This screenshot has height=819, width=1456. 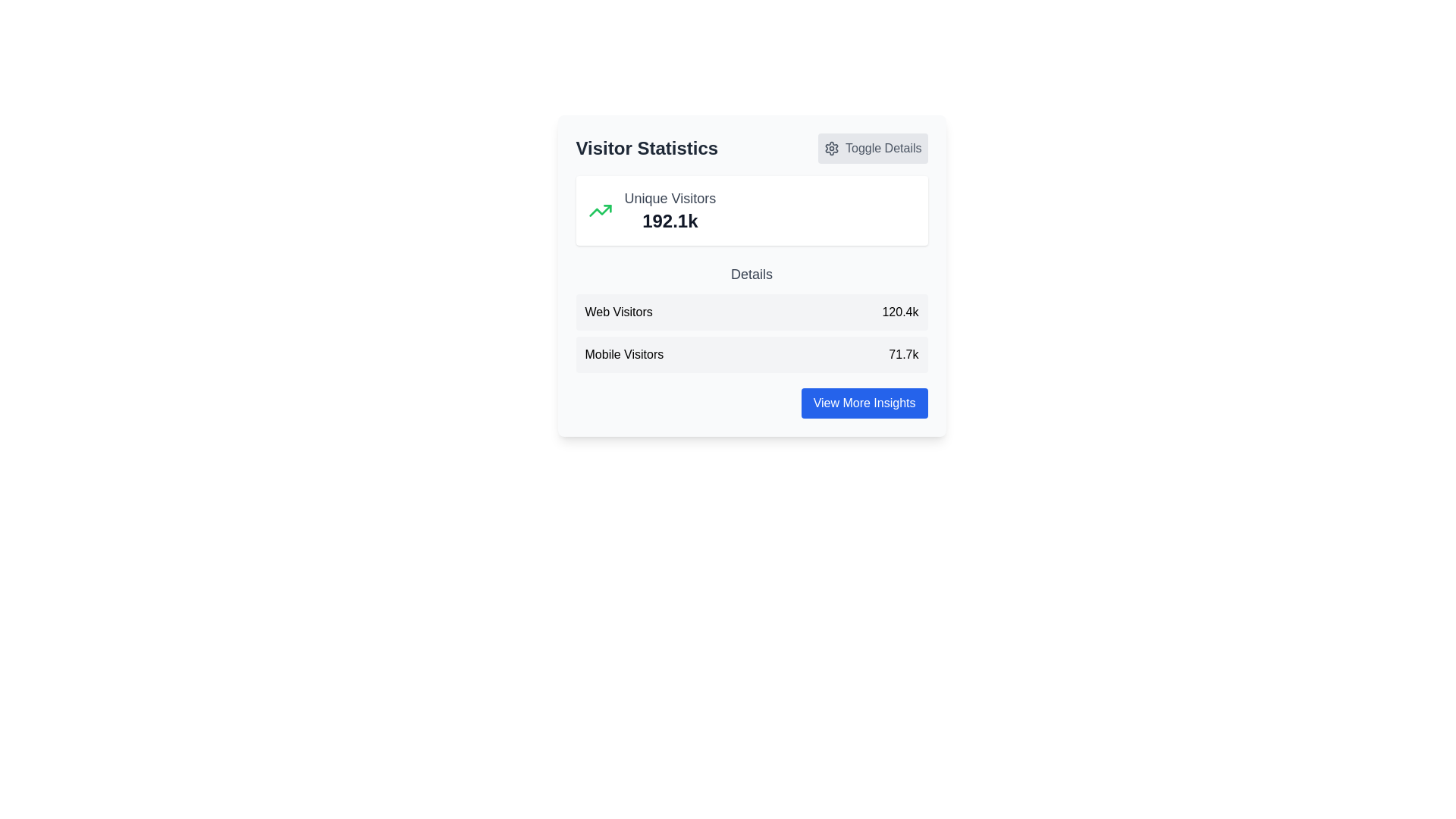 I want to click on the gear-like settings SVG icon within the 'Toggle Details' button, so click(x=831, y=149).